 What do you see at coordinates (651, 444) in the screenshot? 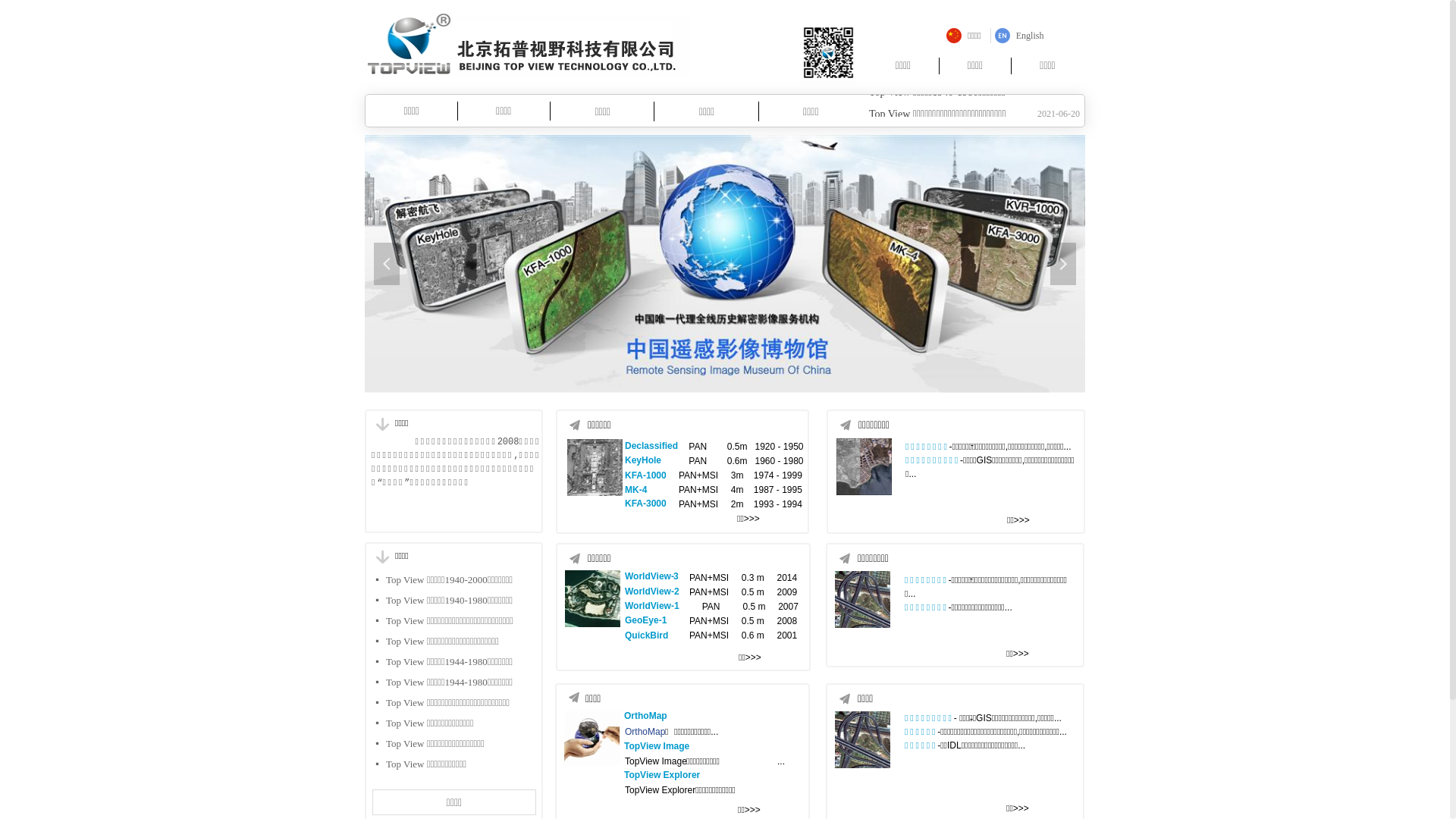
I see `'Declassified'` at bounding box center [651, 444].